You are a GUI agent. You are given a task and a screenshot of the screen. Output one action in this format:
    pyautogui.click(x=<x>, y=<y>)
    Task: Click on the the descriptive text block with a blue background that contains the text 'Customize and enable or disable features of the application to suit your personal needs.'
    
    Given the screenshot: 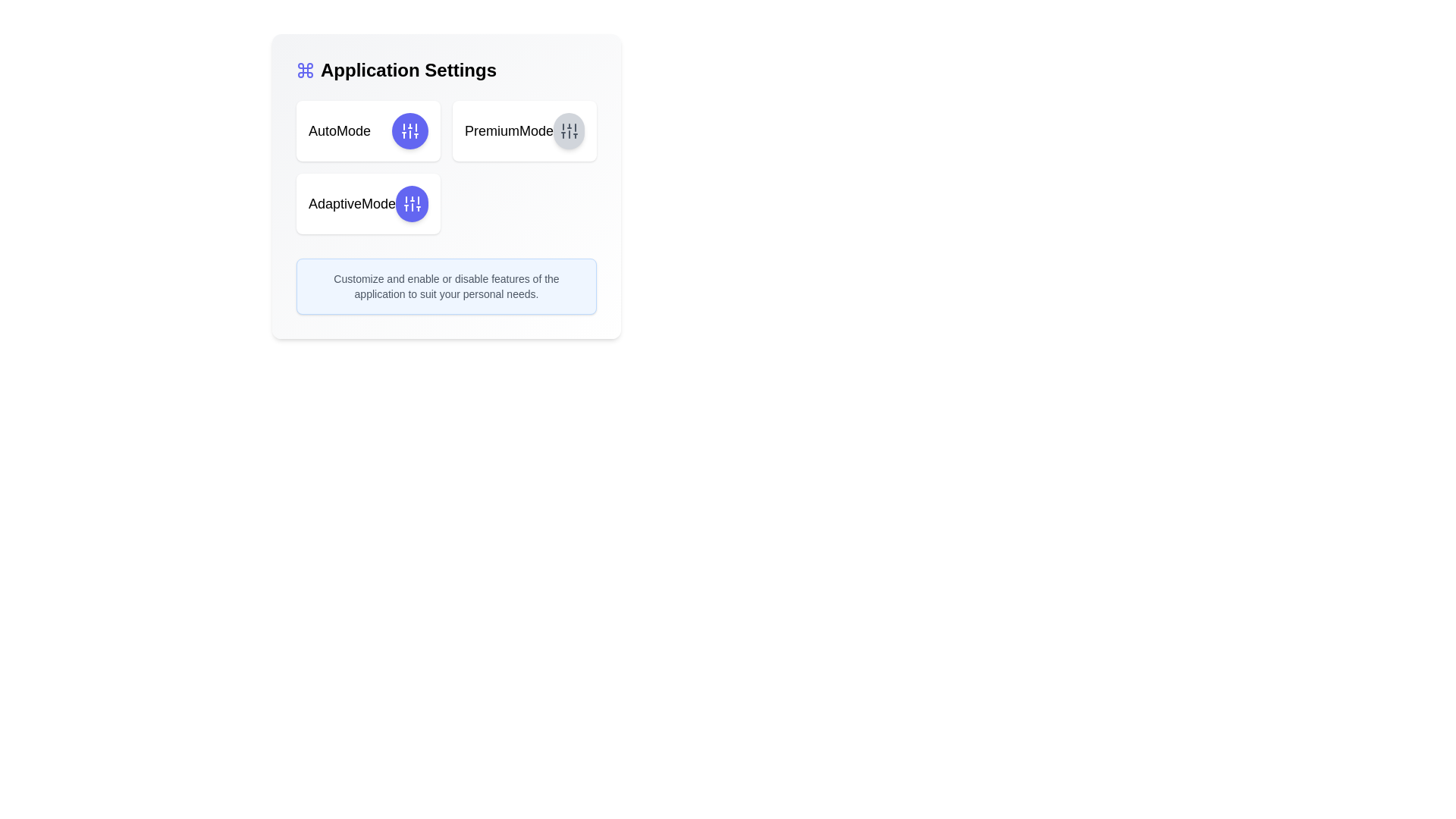 What is the action you would take?
    pyautogui.click(x=446, y=287)
    